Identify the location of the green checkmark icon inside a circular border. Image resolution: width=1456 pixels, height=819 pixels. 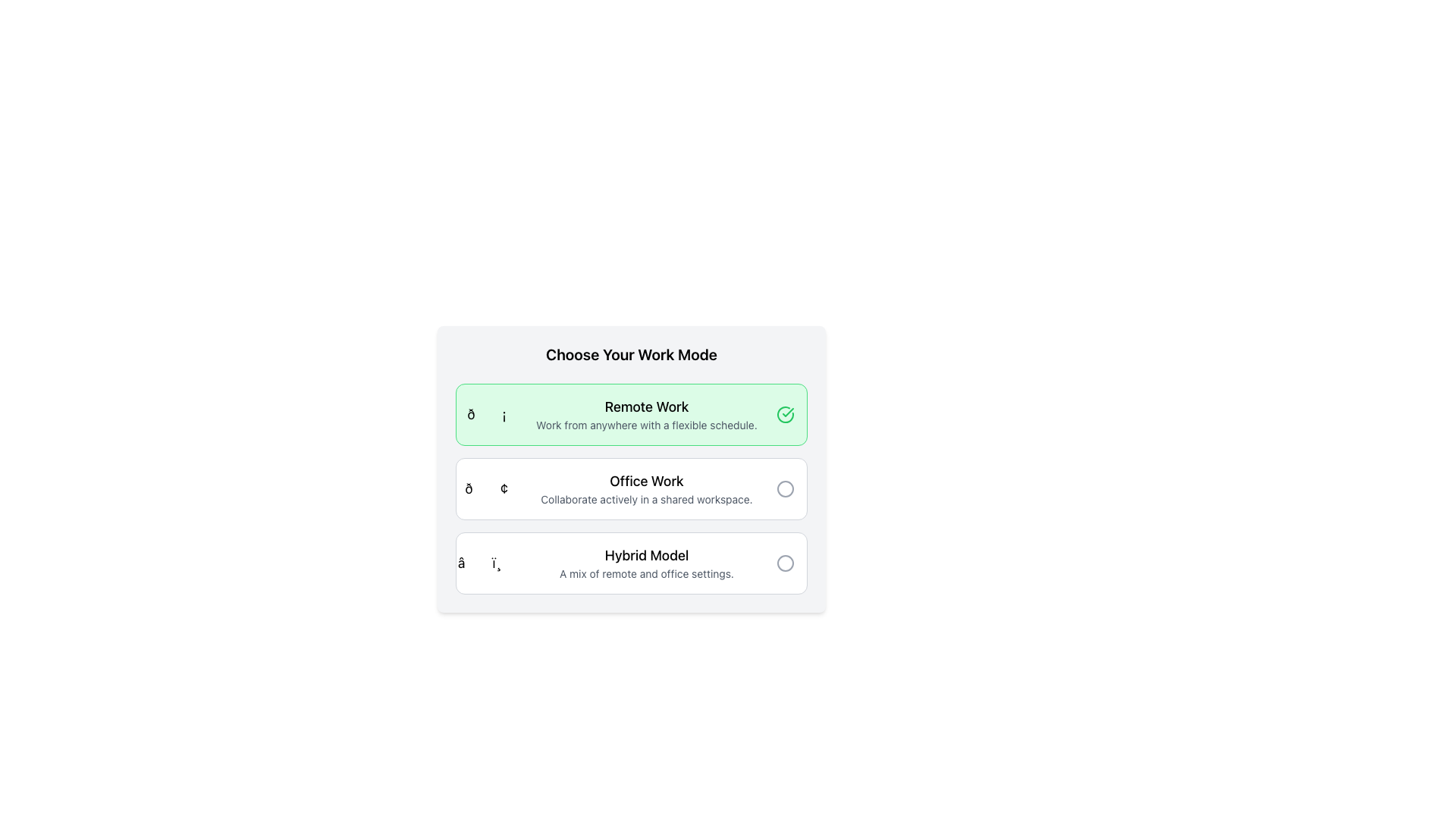
(786, 415).